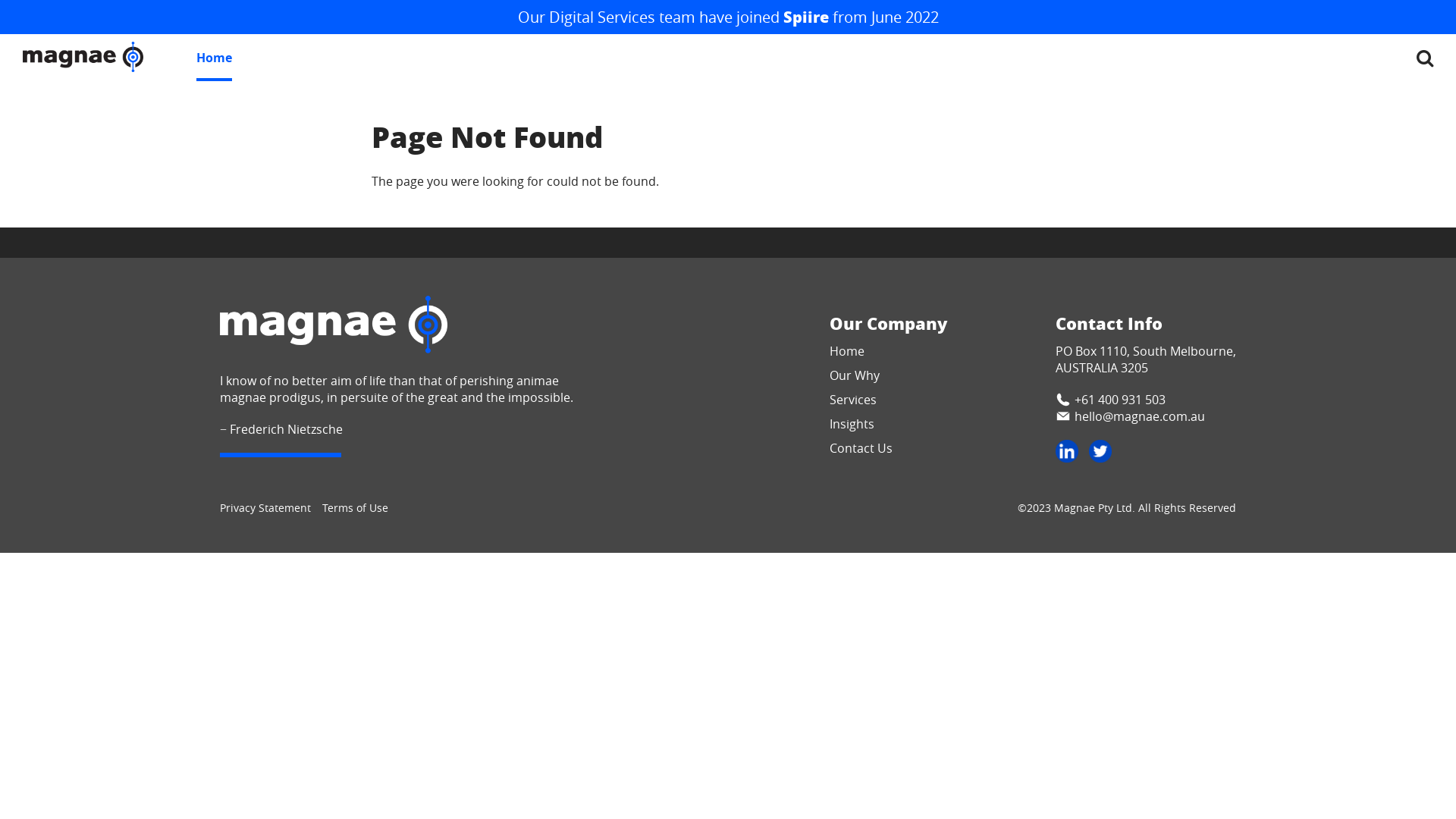 The height and width of the screenshot is (819, 1456). Describe the element at coordinates (852, 399) in the screenshot. I see `'Services'` at that location.